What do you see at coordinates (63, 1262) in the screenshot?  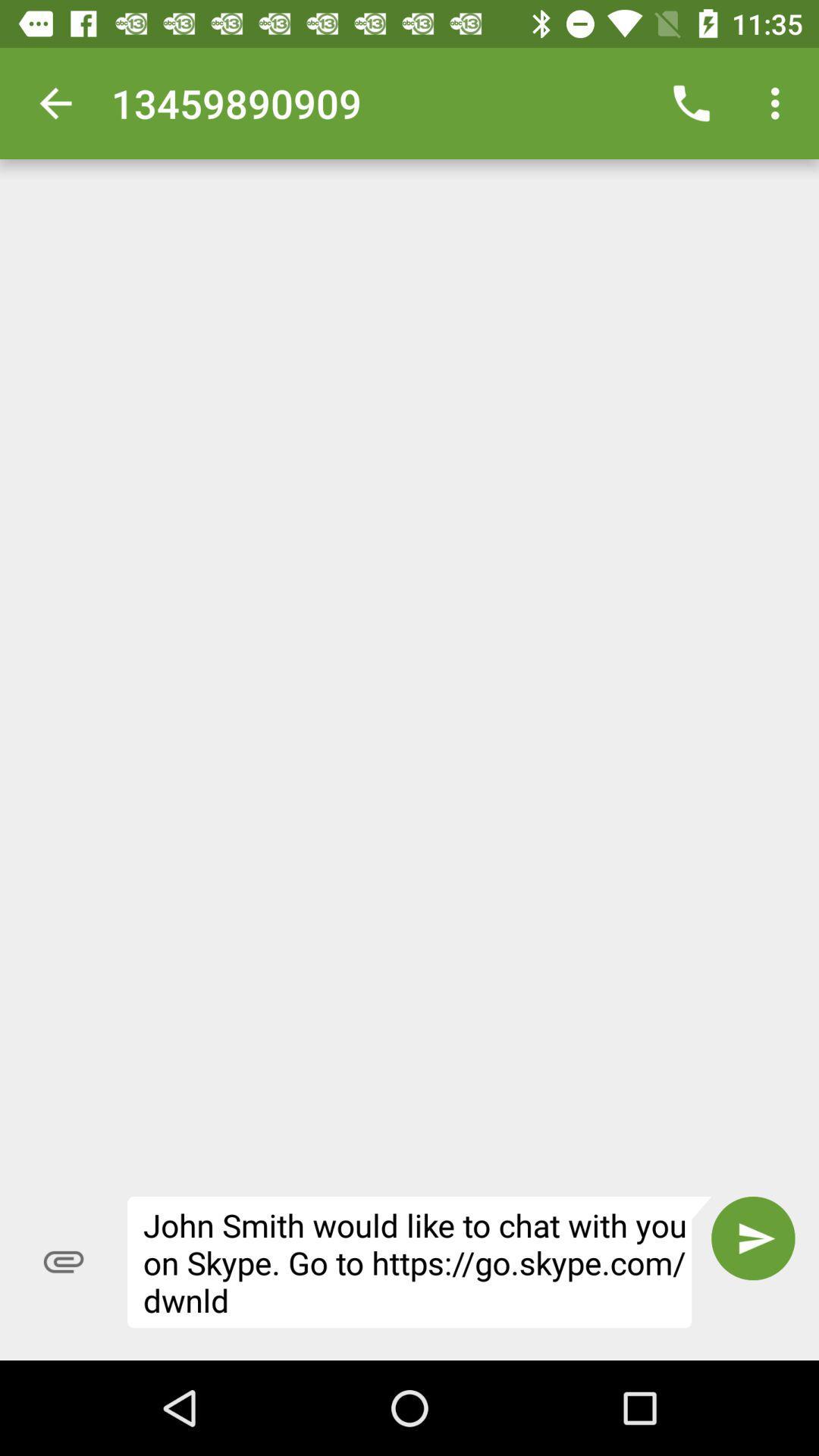 I see `icon next to john smith would item` at bounding box center [63, 1262].